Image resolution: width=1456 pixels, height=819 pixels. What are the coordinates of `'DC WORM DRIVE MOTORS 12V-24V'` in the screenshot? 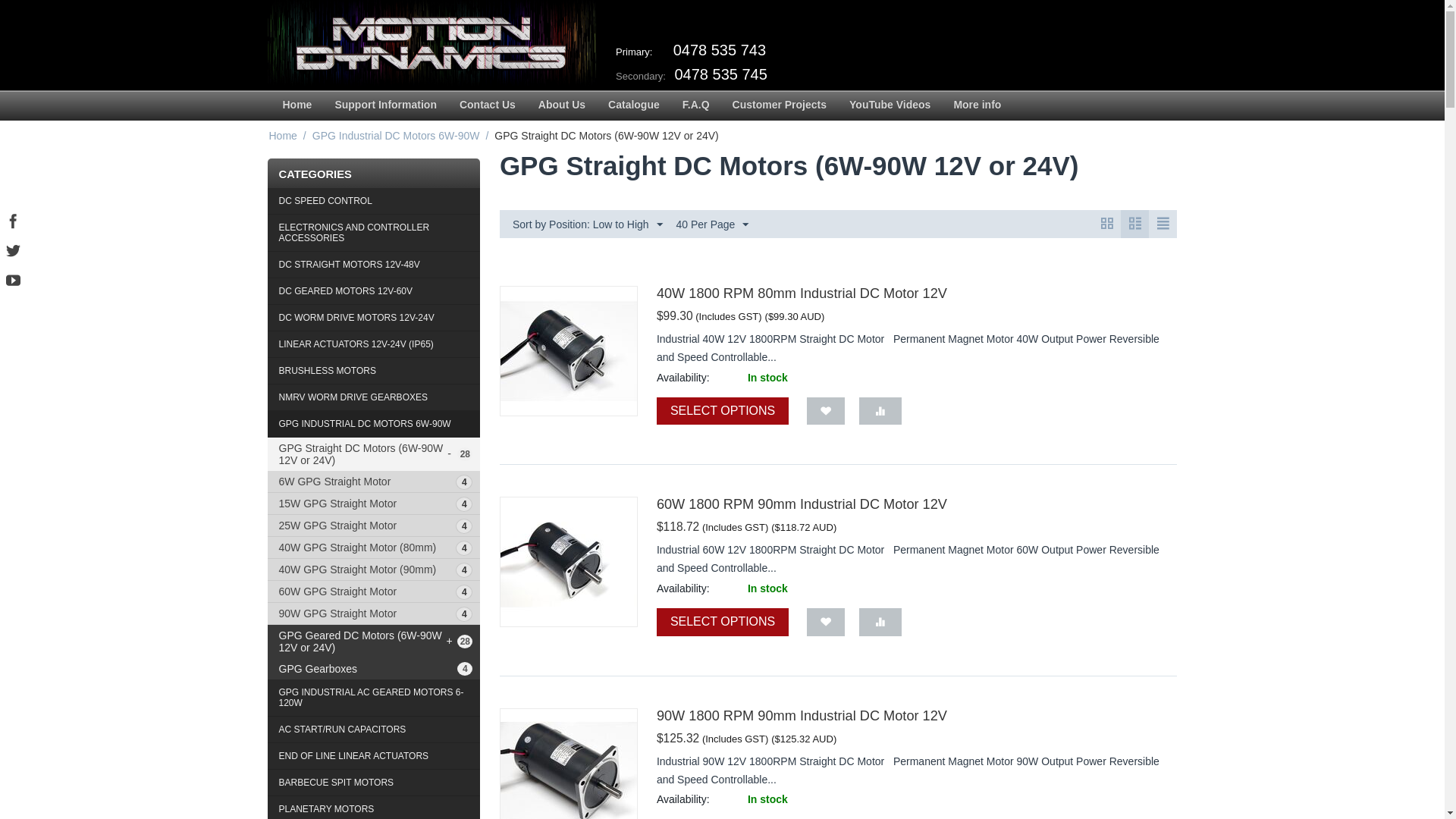 It's located at (373, 317).